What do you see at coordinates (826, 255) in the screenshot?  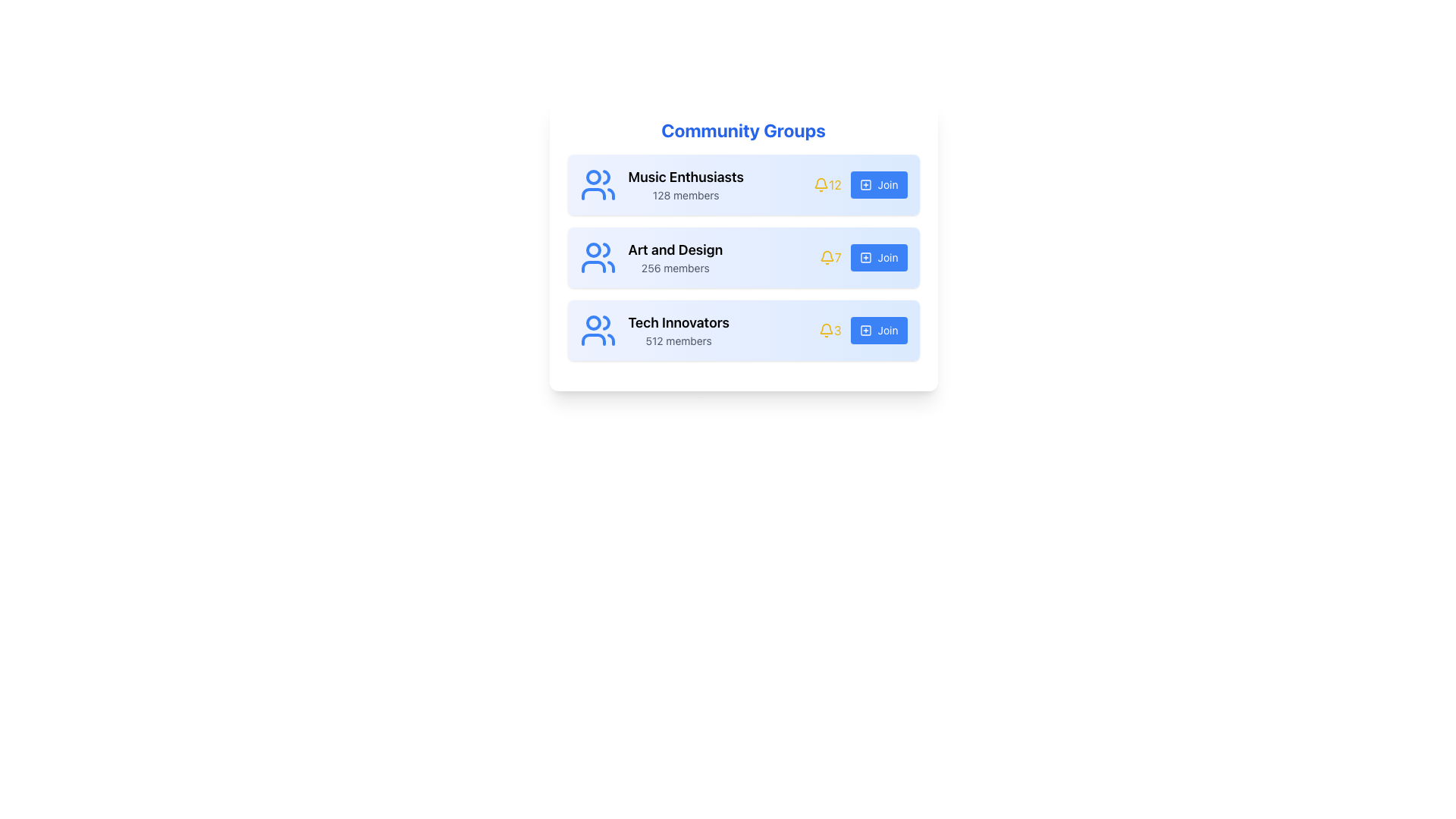 I see `the bell icon, which symbolizes notifications, located to the right of the 'Art and Design' list item in the center row of the group listing` at bounding box center [826, 255].